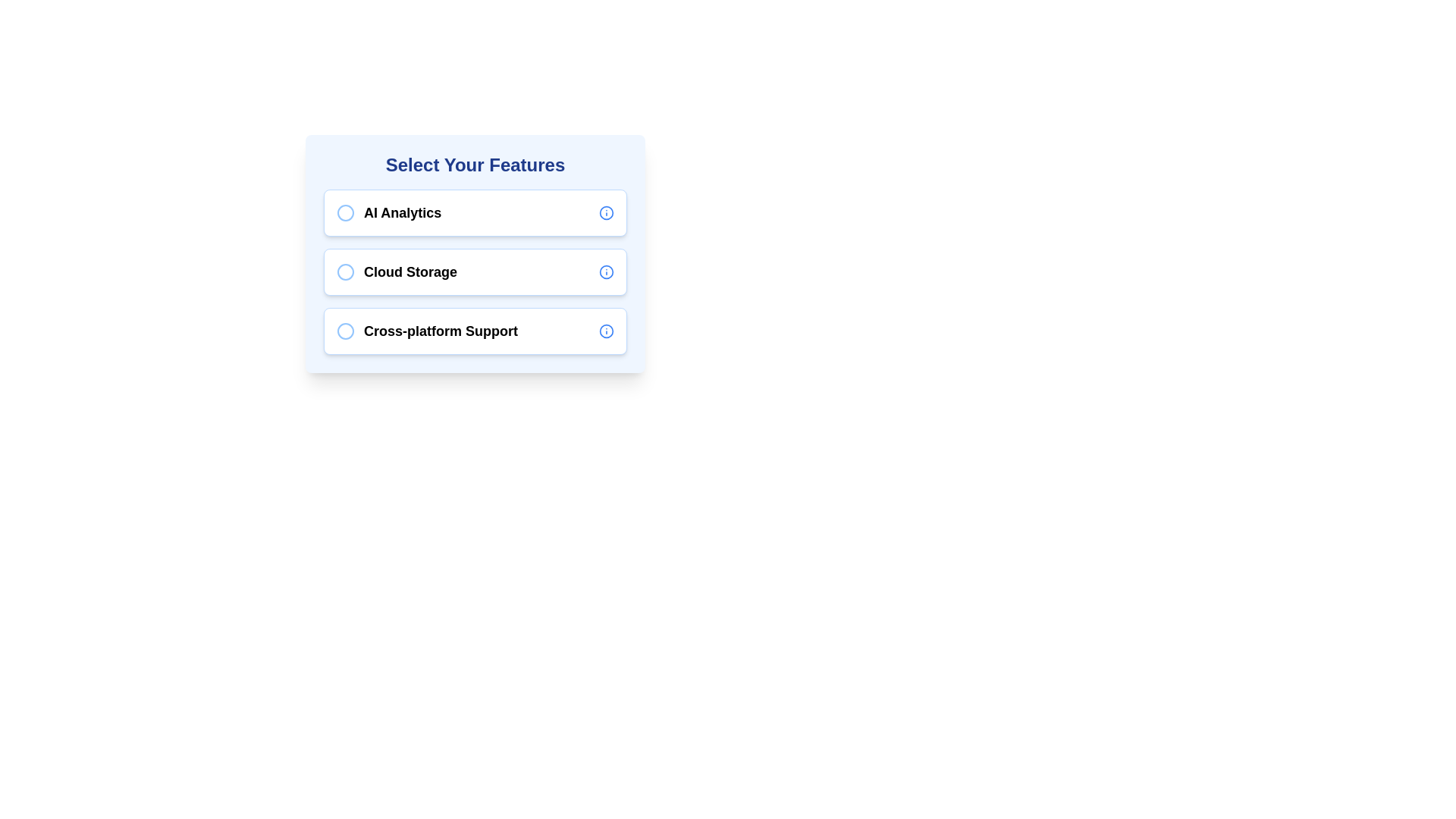 This screenshot has height=819, width=1456. I want to click on the small circular widget with a thin blue border and blue fill, located inside the 'Cloud Storage' option in the features list, so click(345, 271).